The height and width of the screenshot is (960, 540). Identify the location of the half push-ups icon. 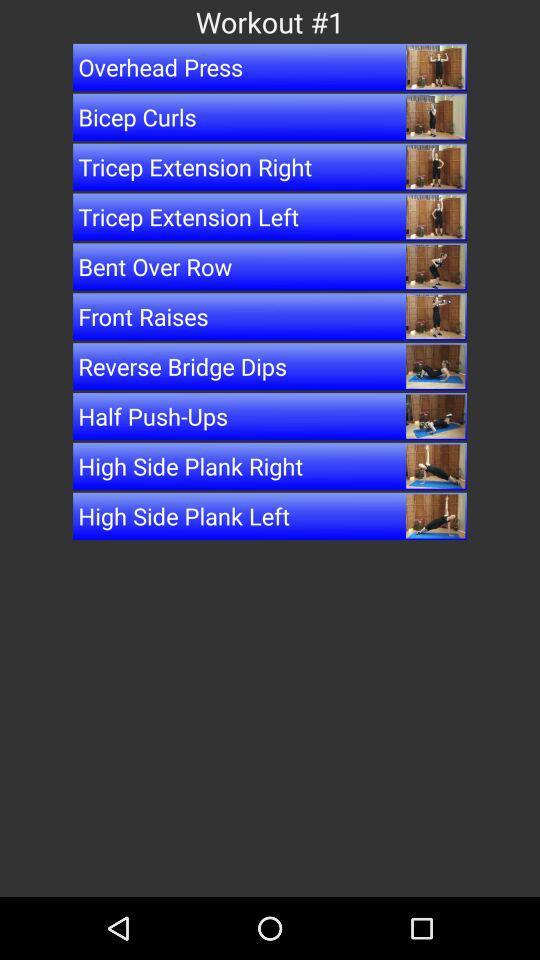
(270, 415).